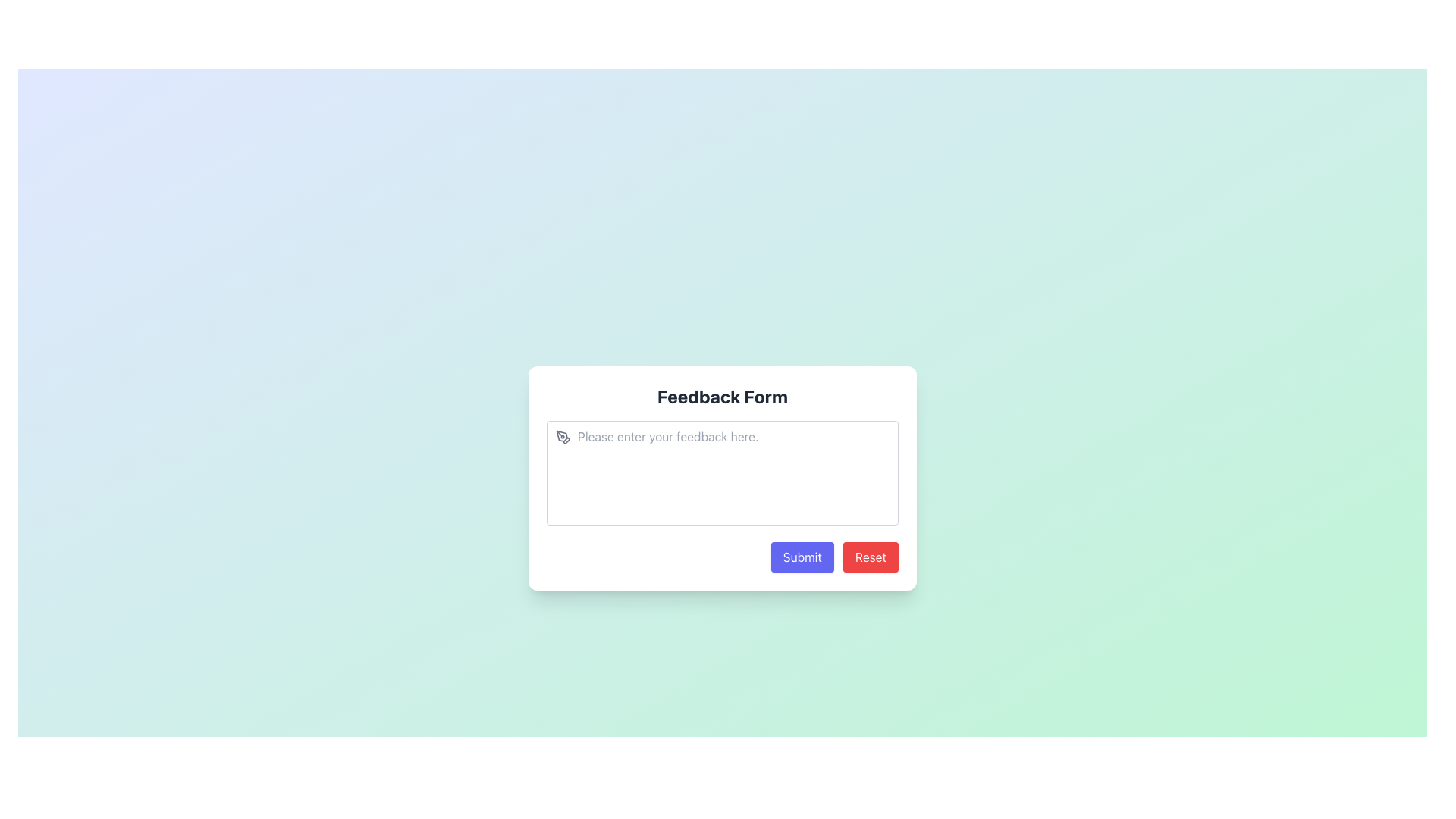 Image resolution: width=1456 pixels, height=819 pixels. What do you see at coordinates (563, 438) in the screenshot?
I see `the Pen Tool icon located at the top-left corner of the feedback input area, which is styled with a gray hue and positioned beside the placeholder text 'Please enter your feedback here.'` at bounding box center [563, 438].